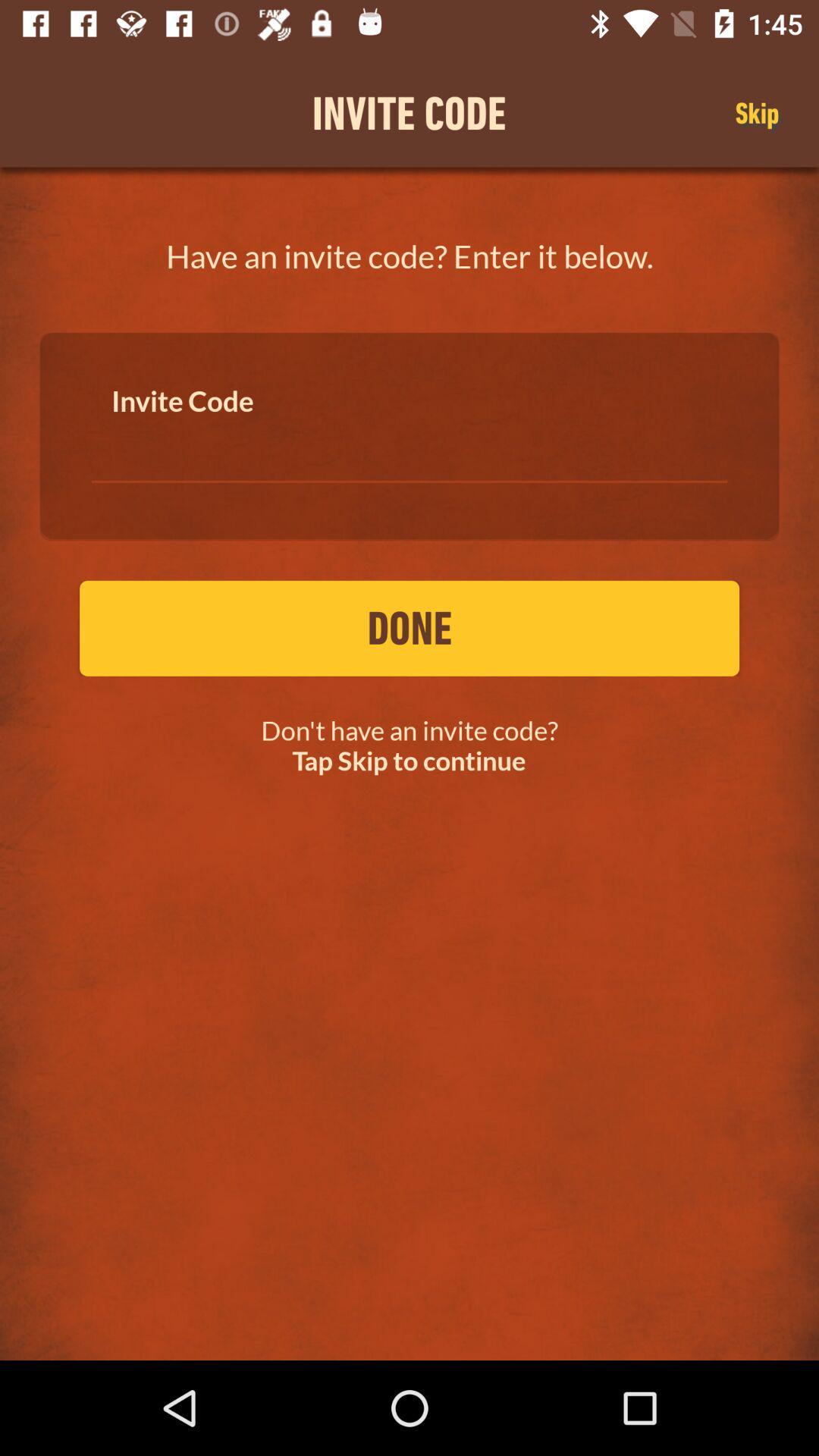  What do you see at coordinates (409, 446) in the screenshot?
I see `type invitation code` at bounding box center [409, 446].